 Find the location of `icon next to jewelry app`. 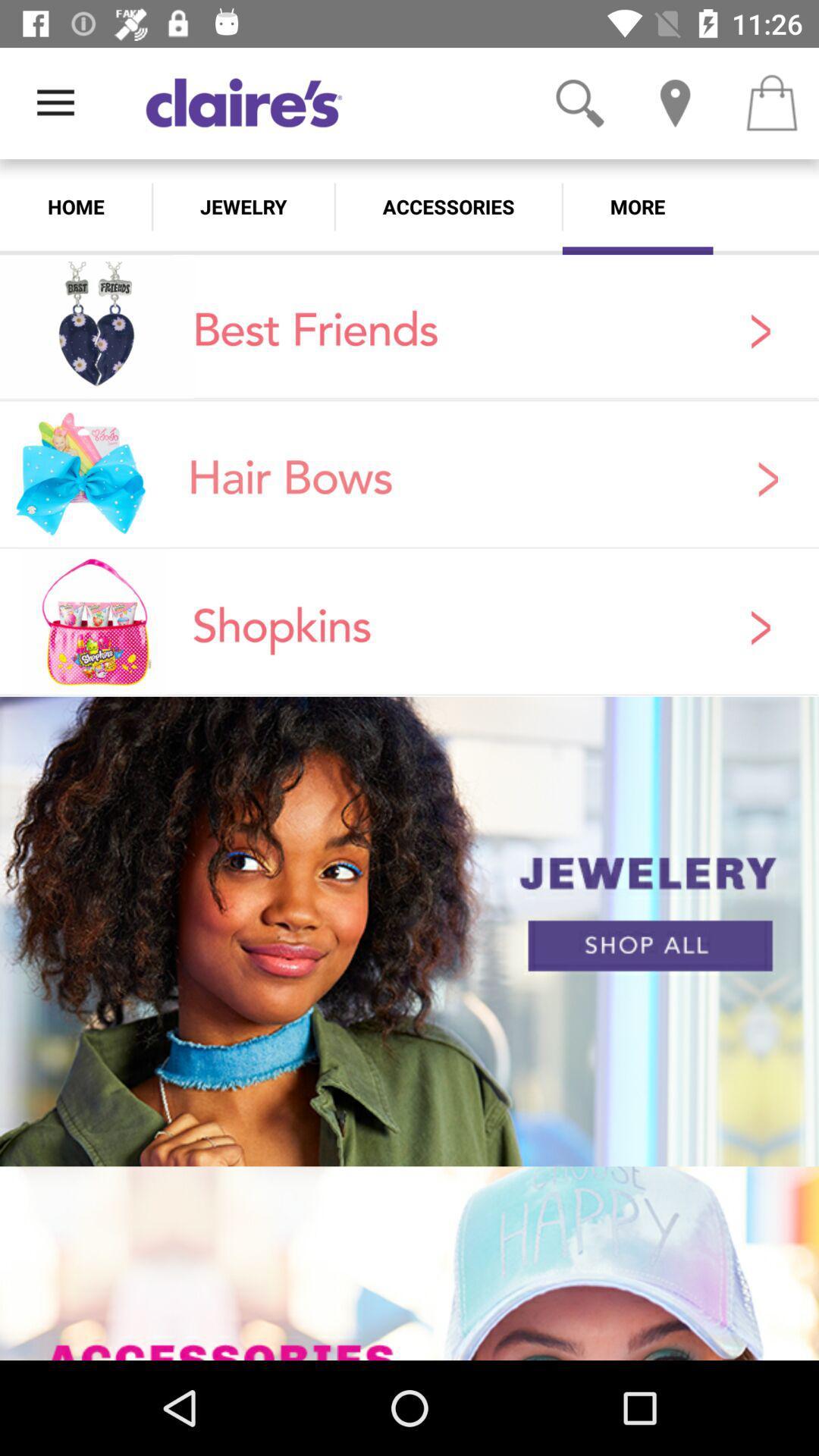

icon next to jewelry app is located at coordinates (447, 206).